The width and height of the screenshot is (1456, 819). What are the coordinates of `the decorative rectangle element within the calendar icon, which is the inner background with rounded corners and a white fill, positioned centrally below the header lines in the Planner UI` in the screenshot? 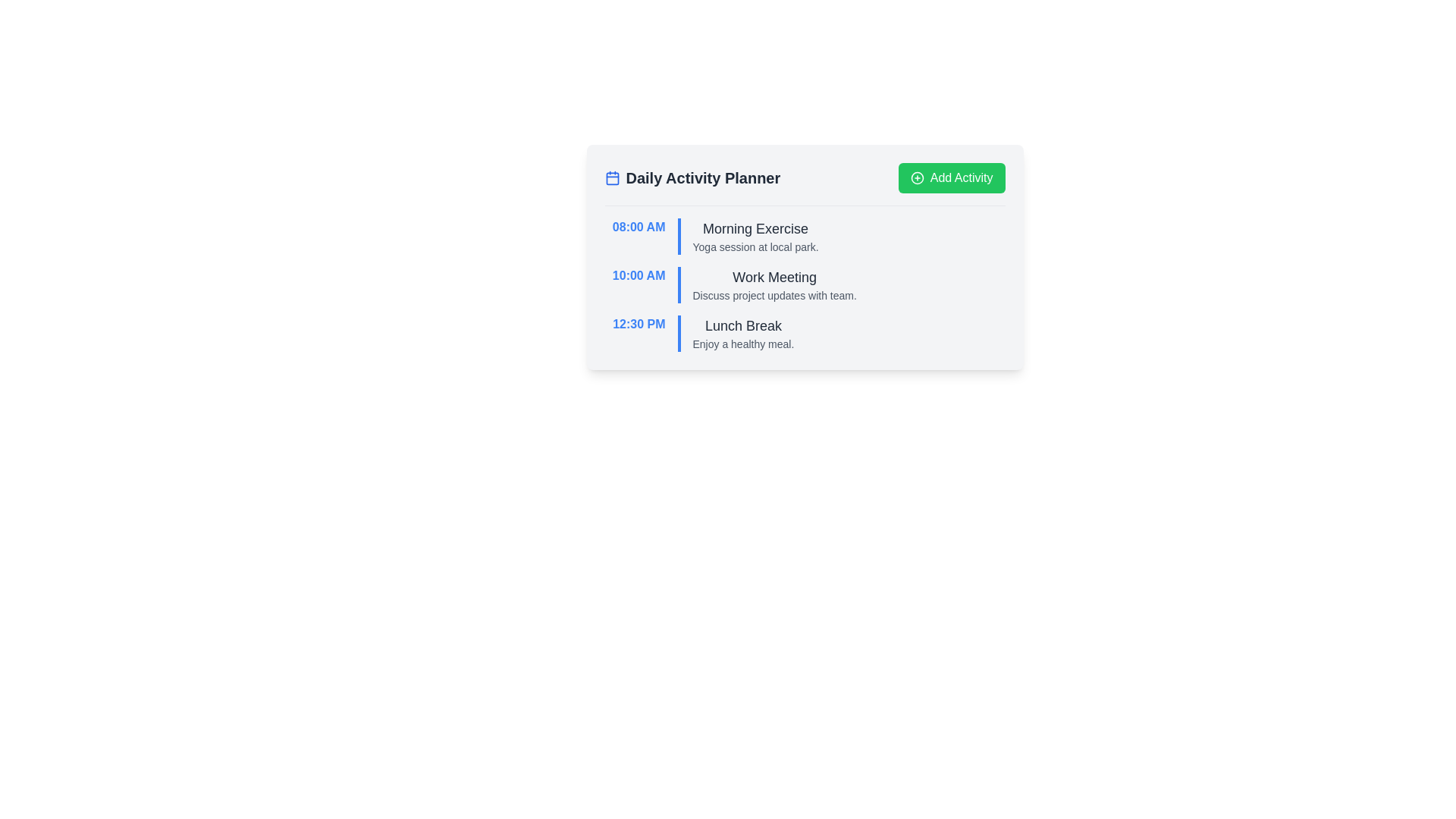 It's located at (612, 177).